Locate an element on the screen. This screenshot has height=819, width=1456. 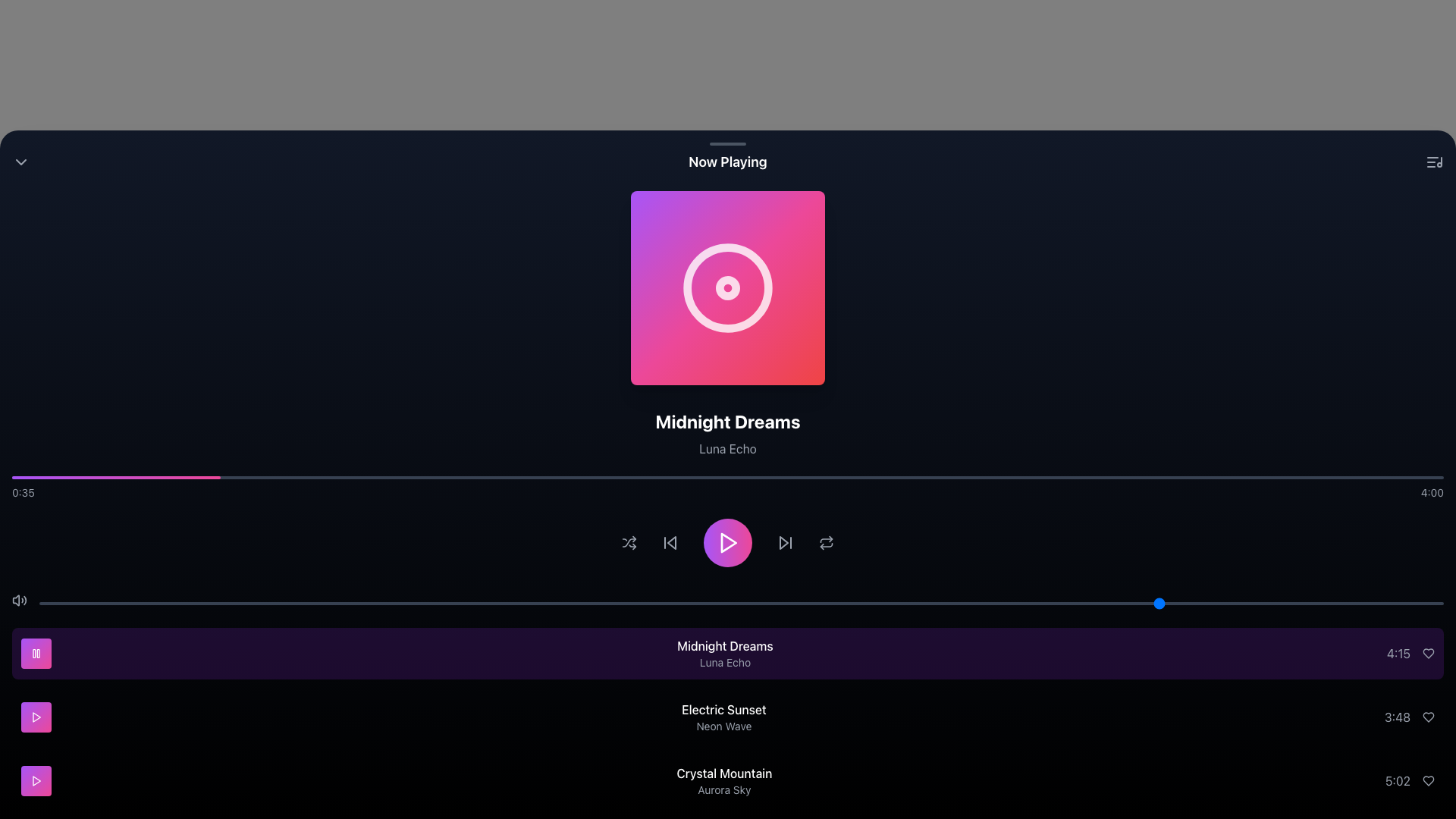
the text label 'Midnight Dreams' for further actions is located at coordinates (724, 646).